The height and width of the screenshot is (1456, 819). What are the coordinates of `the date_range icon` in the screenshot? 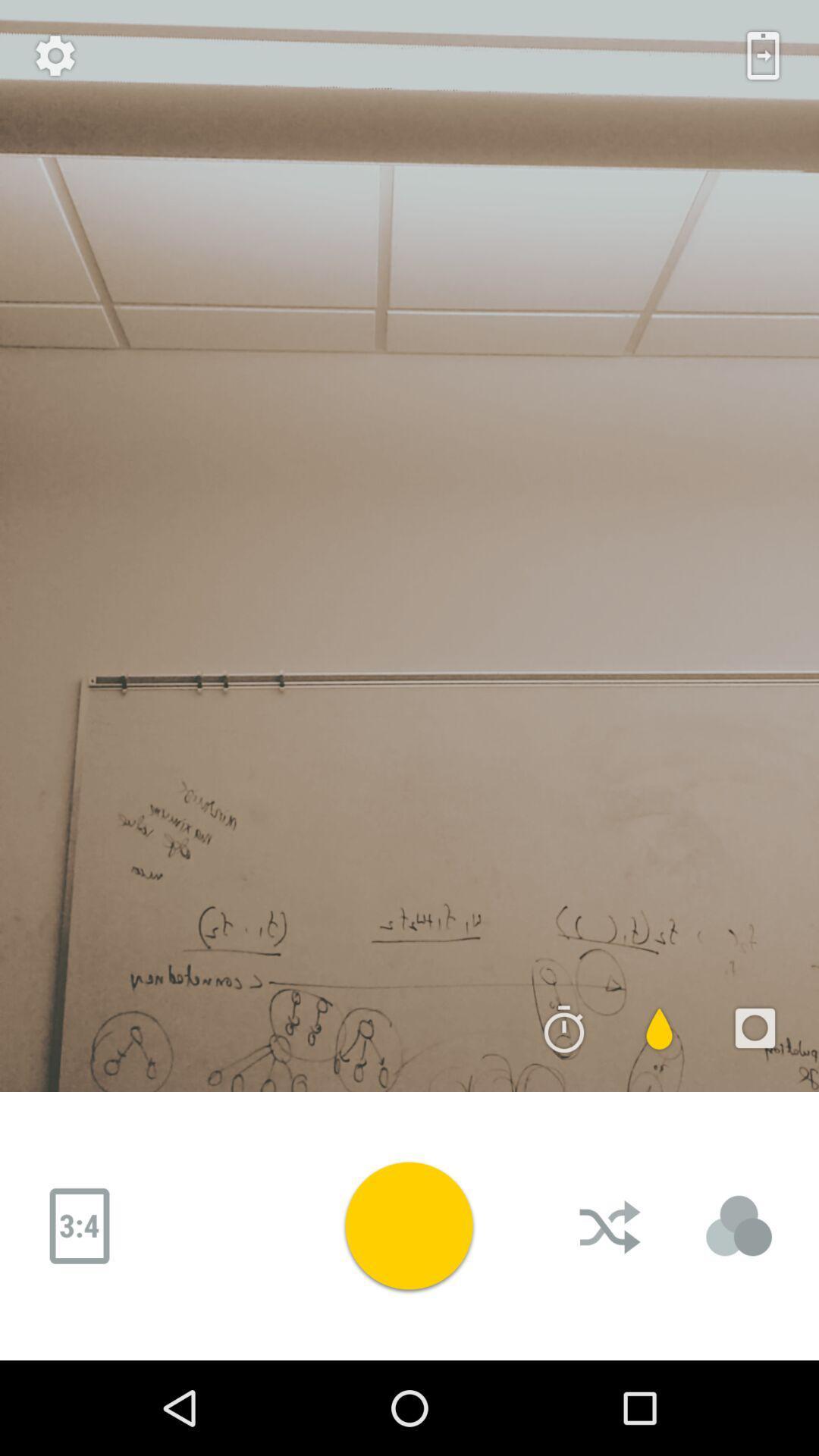 It's located at (79, 1226).